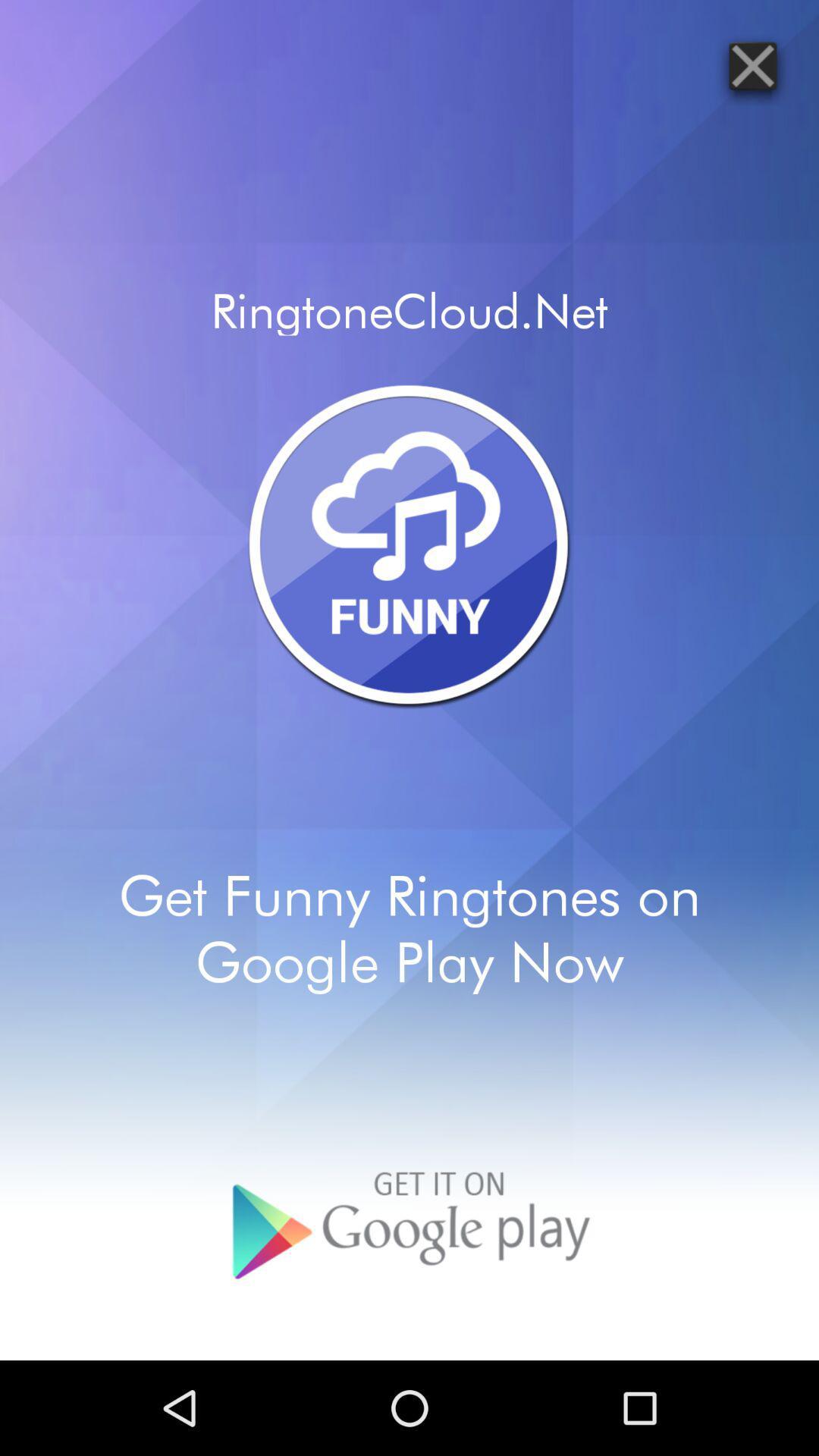 The image size is (819, 1456). Describe the element at coordinates (752, 64) in the screenshot. I see `item above the ringtonecloud.net item` at that location.